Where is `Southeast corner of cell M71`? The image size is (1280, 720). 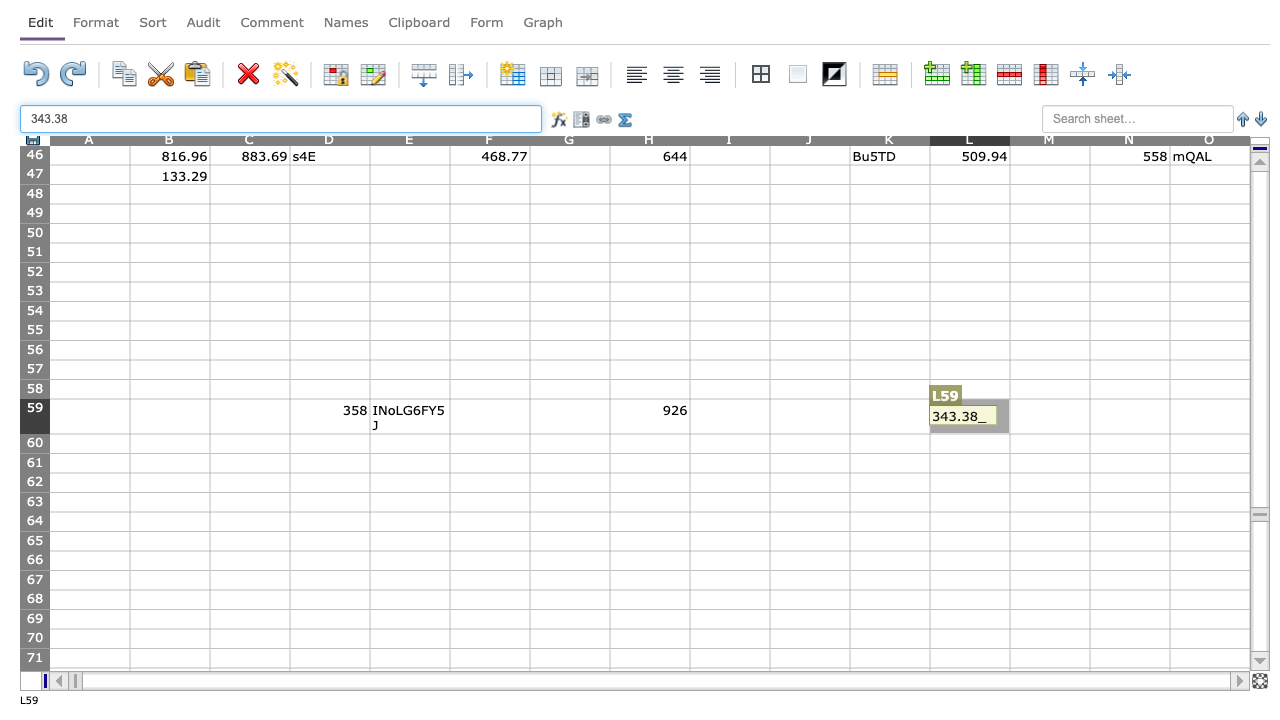 Southeast corner of cell M71 is located at coordinates (1089, 668).